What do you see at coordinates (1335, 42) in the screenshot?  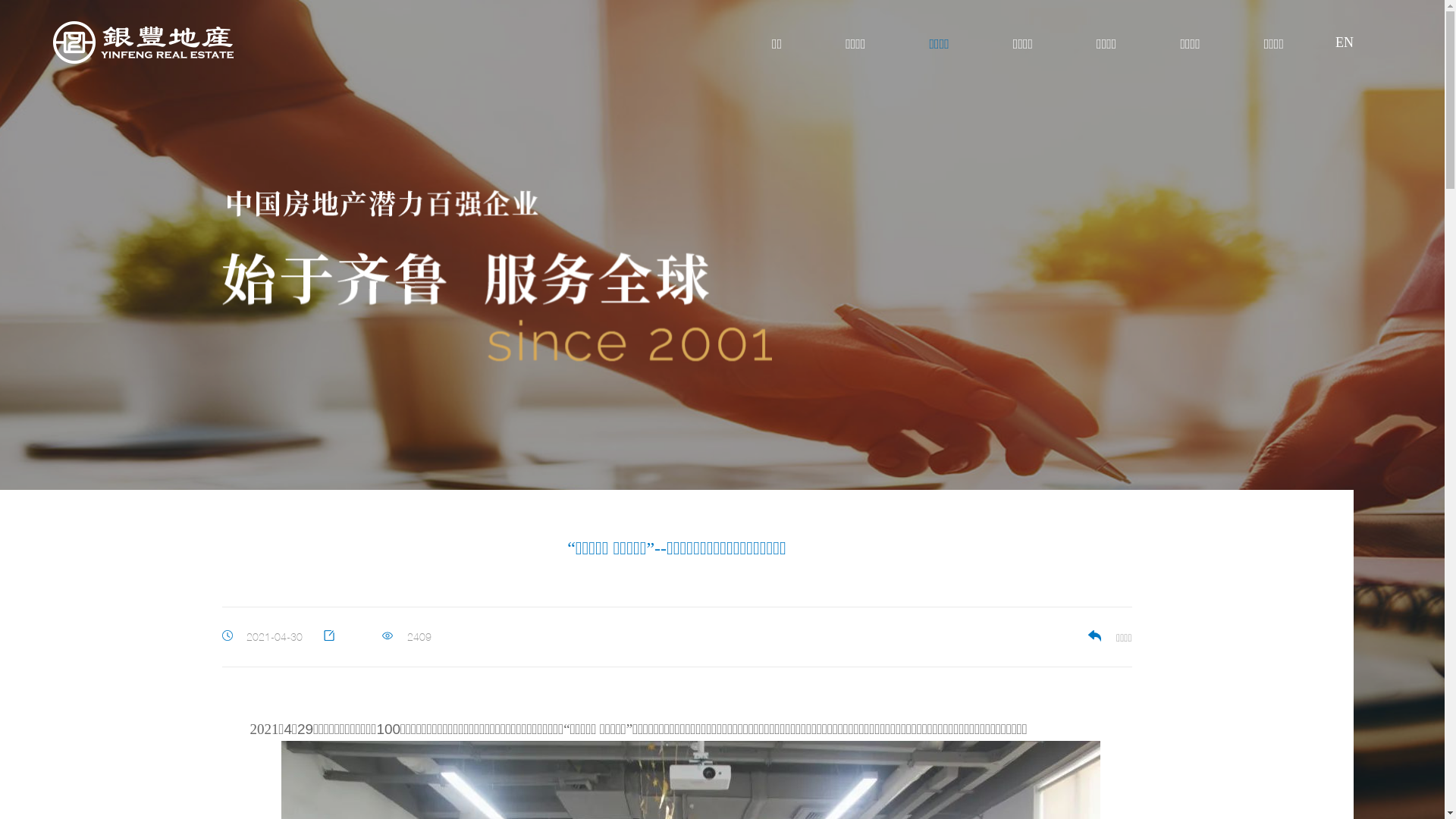 I see `'EN'` at bounding box center [1335, 42].